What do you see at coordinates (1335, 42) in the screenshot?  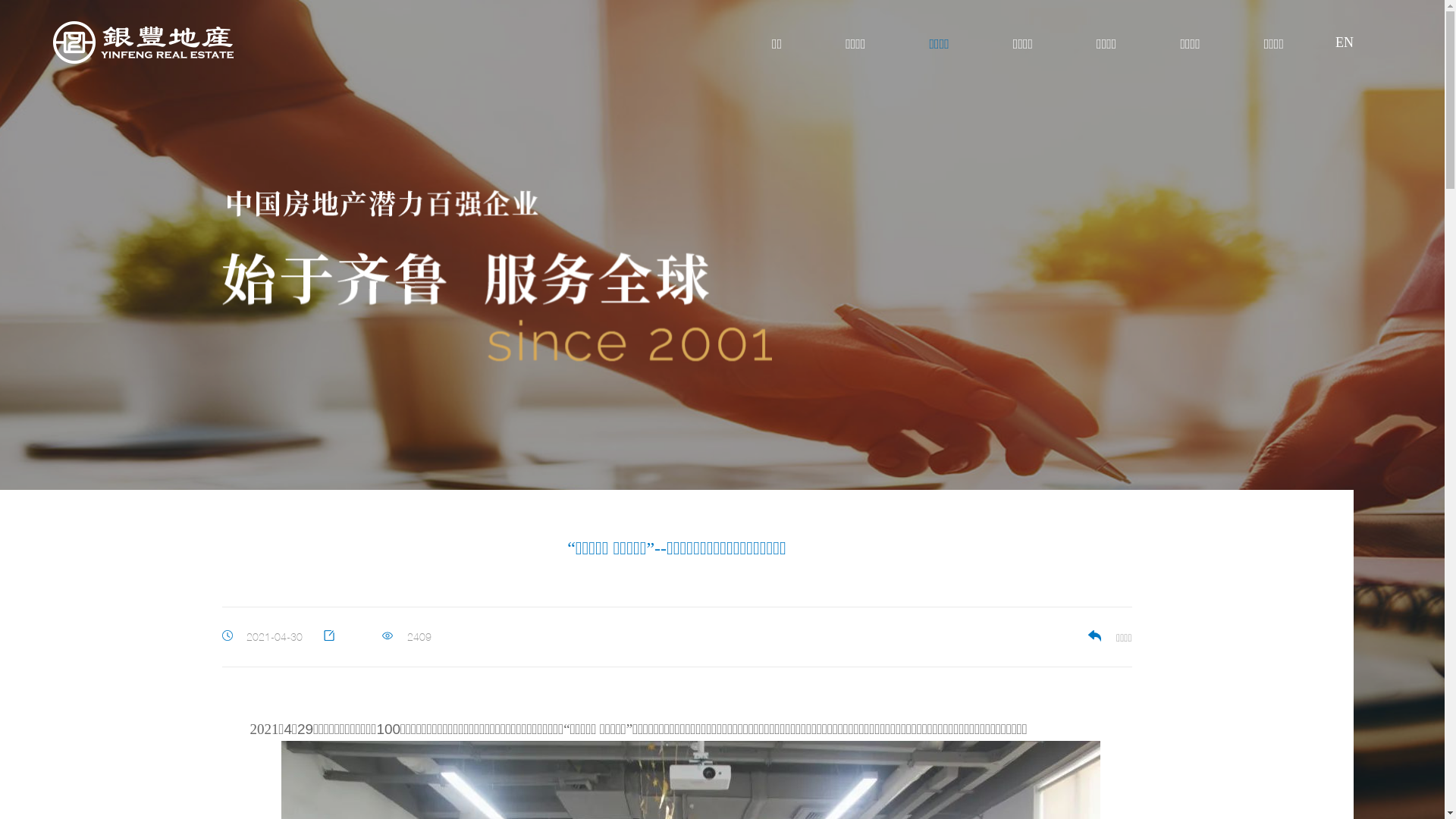 I see `'EN'` at bounding box center [1335, 42].